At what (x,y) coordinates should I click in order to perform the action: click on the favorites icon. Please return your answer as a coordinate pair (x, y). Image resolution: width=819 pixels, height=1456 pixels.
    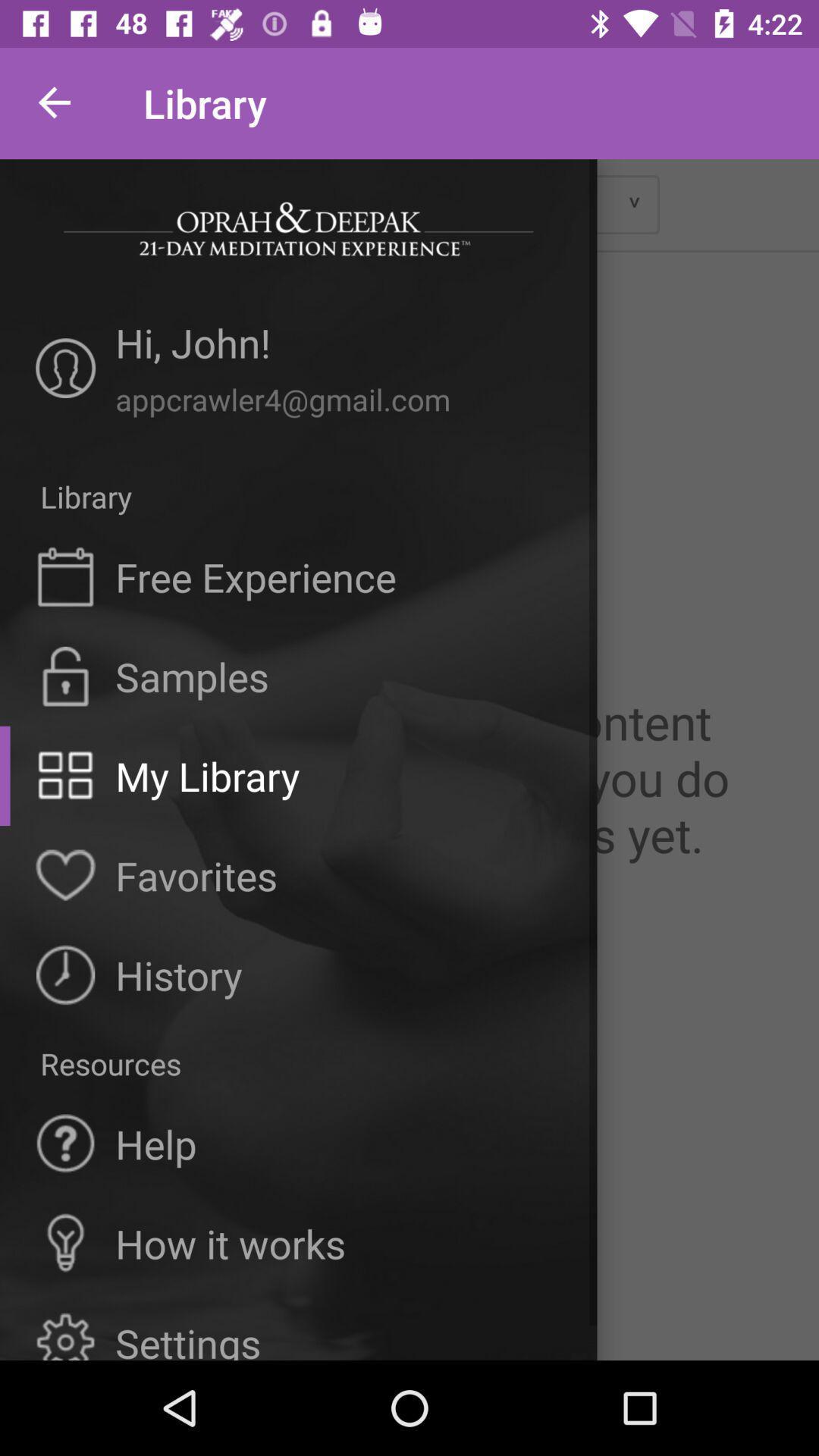
    Looking at the image, I should click on (196, 875).